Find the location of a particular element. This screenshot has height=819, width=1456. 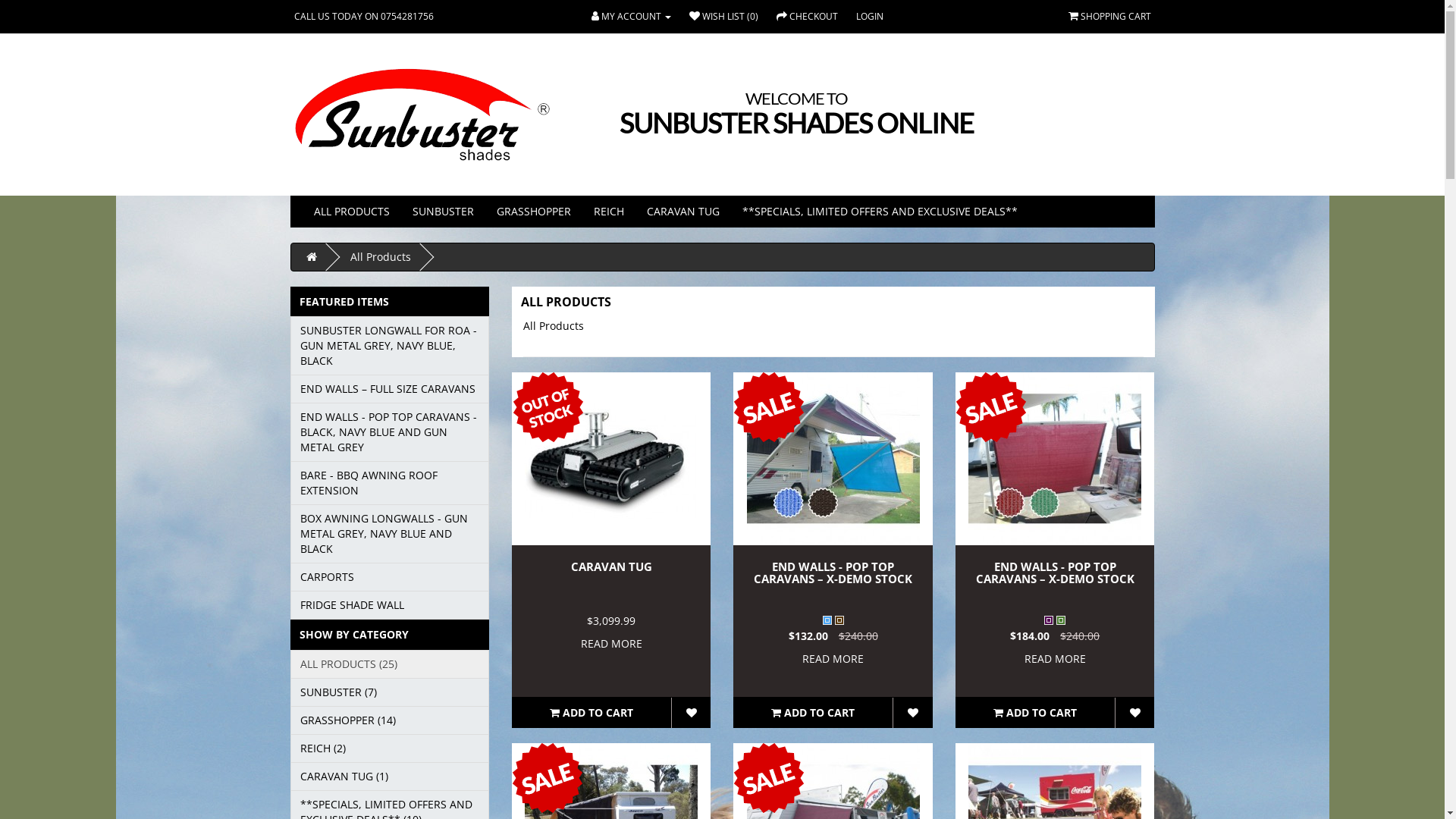

'All Products' is located at coordinates (381, 256).